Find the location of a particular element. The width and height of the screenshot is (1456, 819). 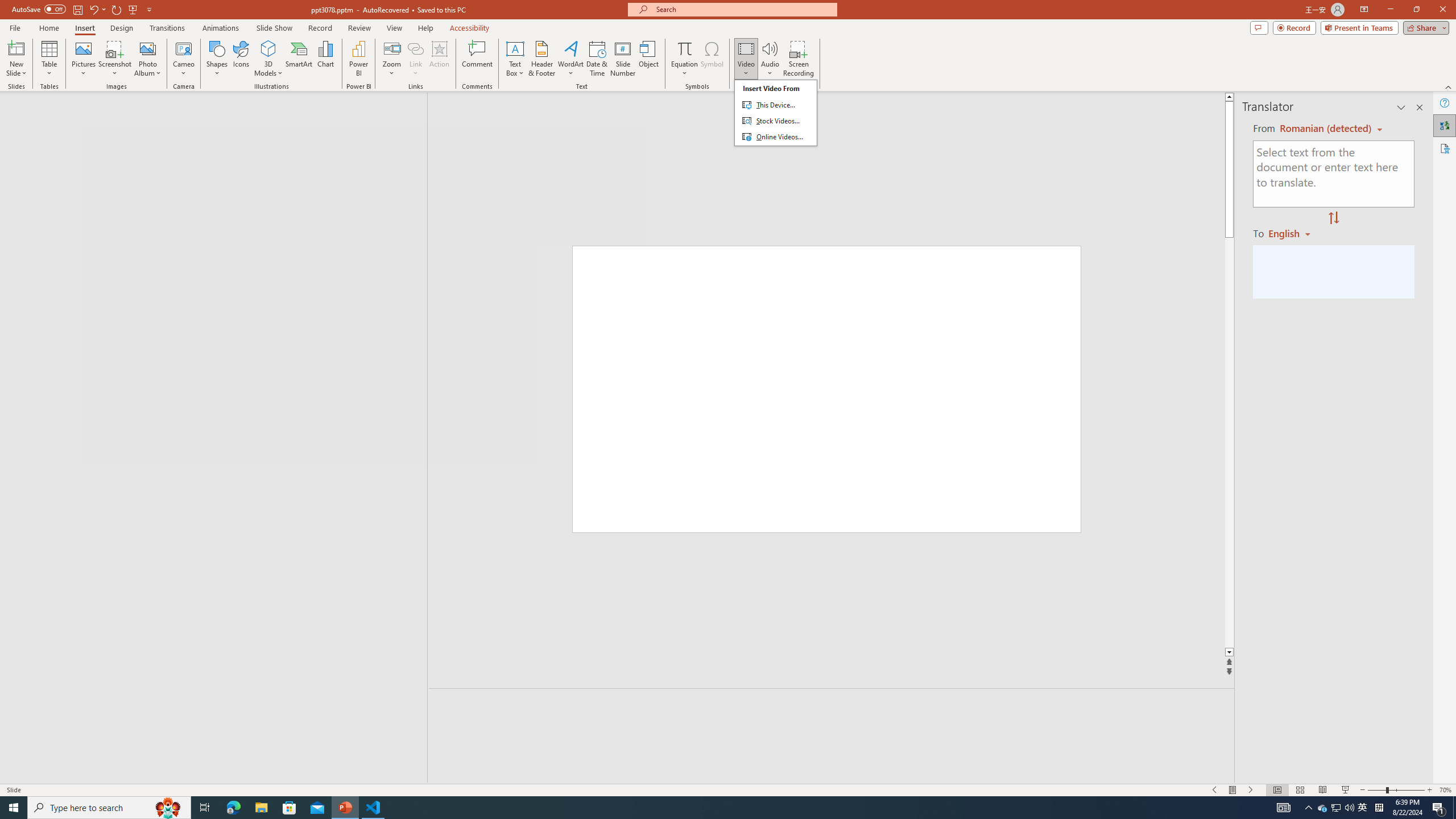

'Comment' is located at coordinates (476, 59).